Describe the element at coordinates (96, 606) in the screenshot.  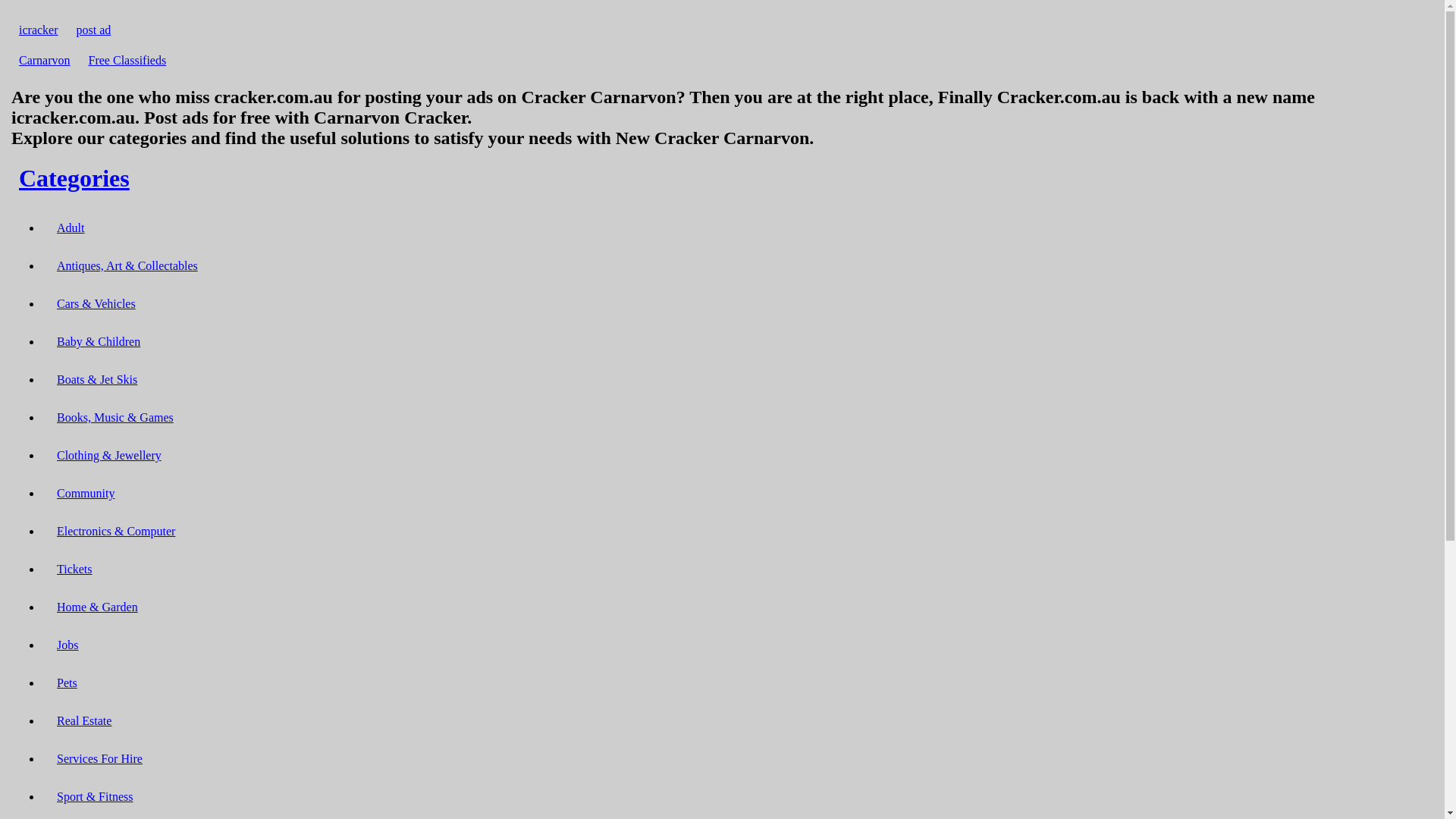
I see `'Home & Garden'` at that location.